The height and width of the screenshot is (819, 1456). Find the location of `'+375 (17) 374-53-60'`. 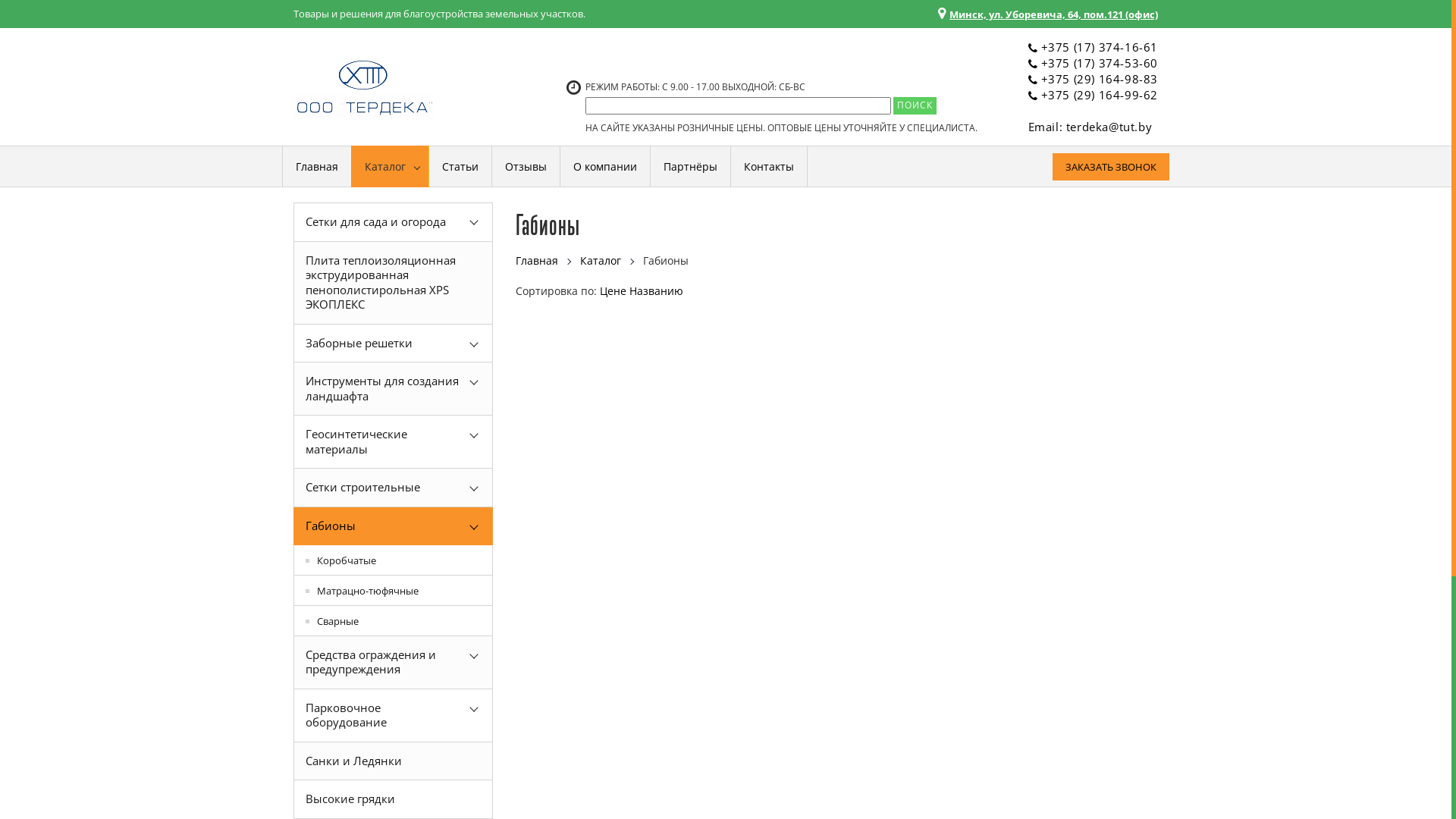

'+375 (17) 374-53-60' is located at coordinates (1040, 62).